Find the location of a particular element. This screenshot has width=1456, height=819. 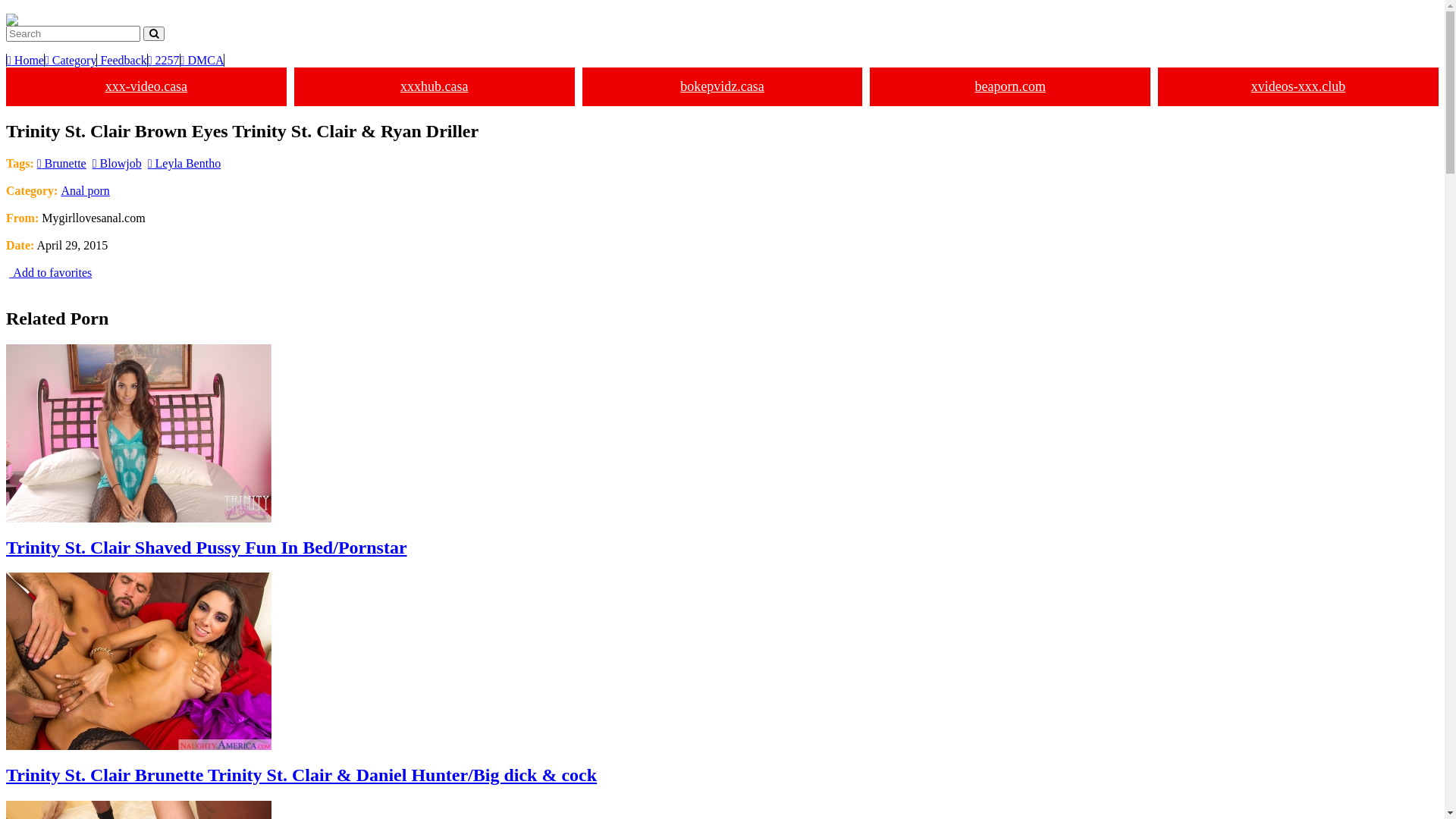

'Anal porn' is located at coordinates (83, 190).